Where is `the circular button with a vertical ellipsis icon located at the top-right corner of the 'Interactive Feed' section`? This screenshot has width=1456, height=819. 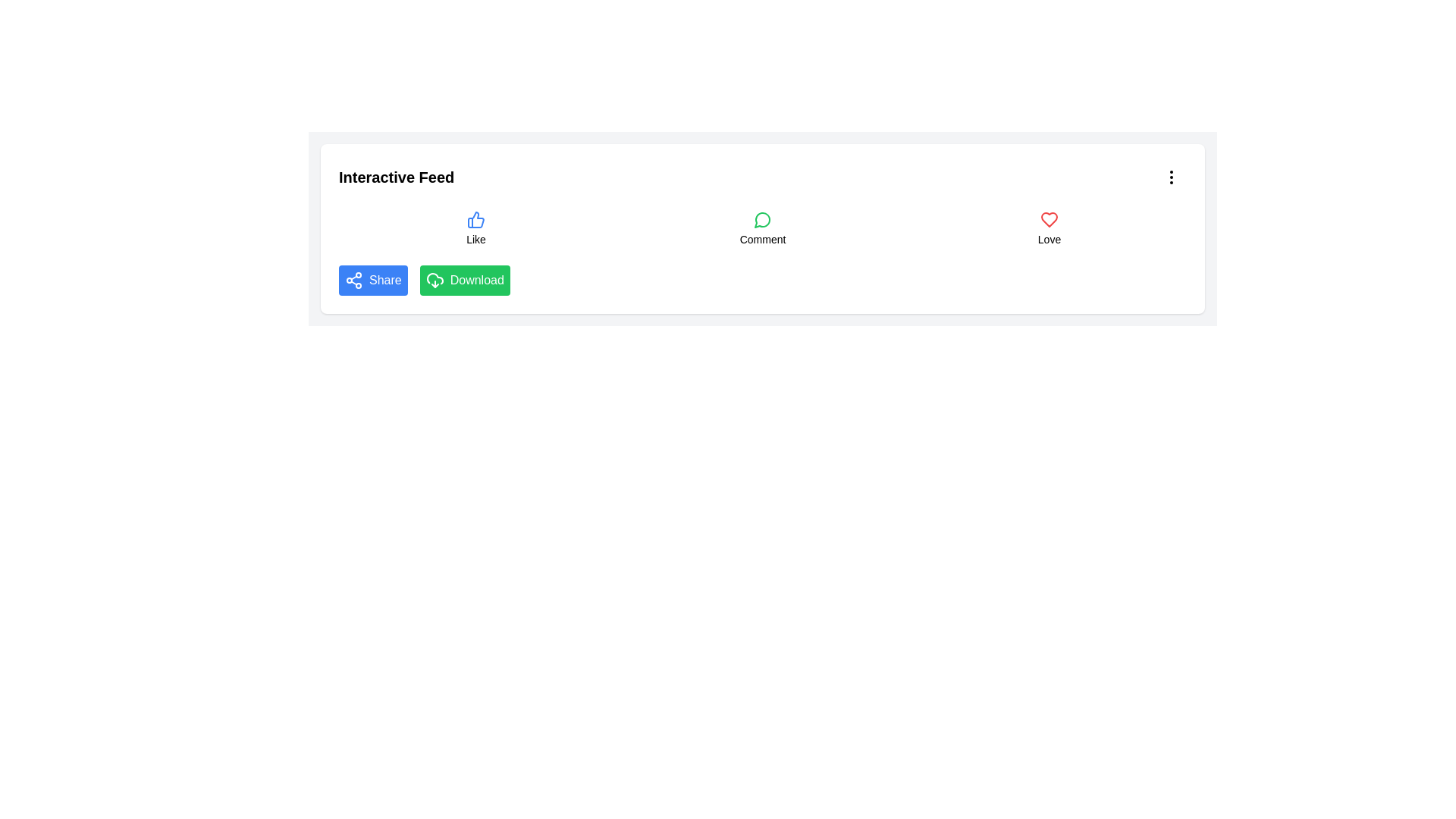
the circular button with a vertical ellipsis icon located at the top-right corner of the 'Interactive Feed' section is located at coordinates (1171, 177).